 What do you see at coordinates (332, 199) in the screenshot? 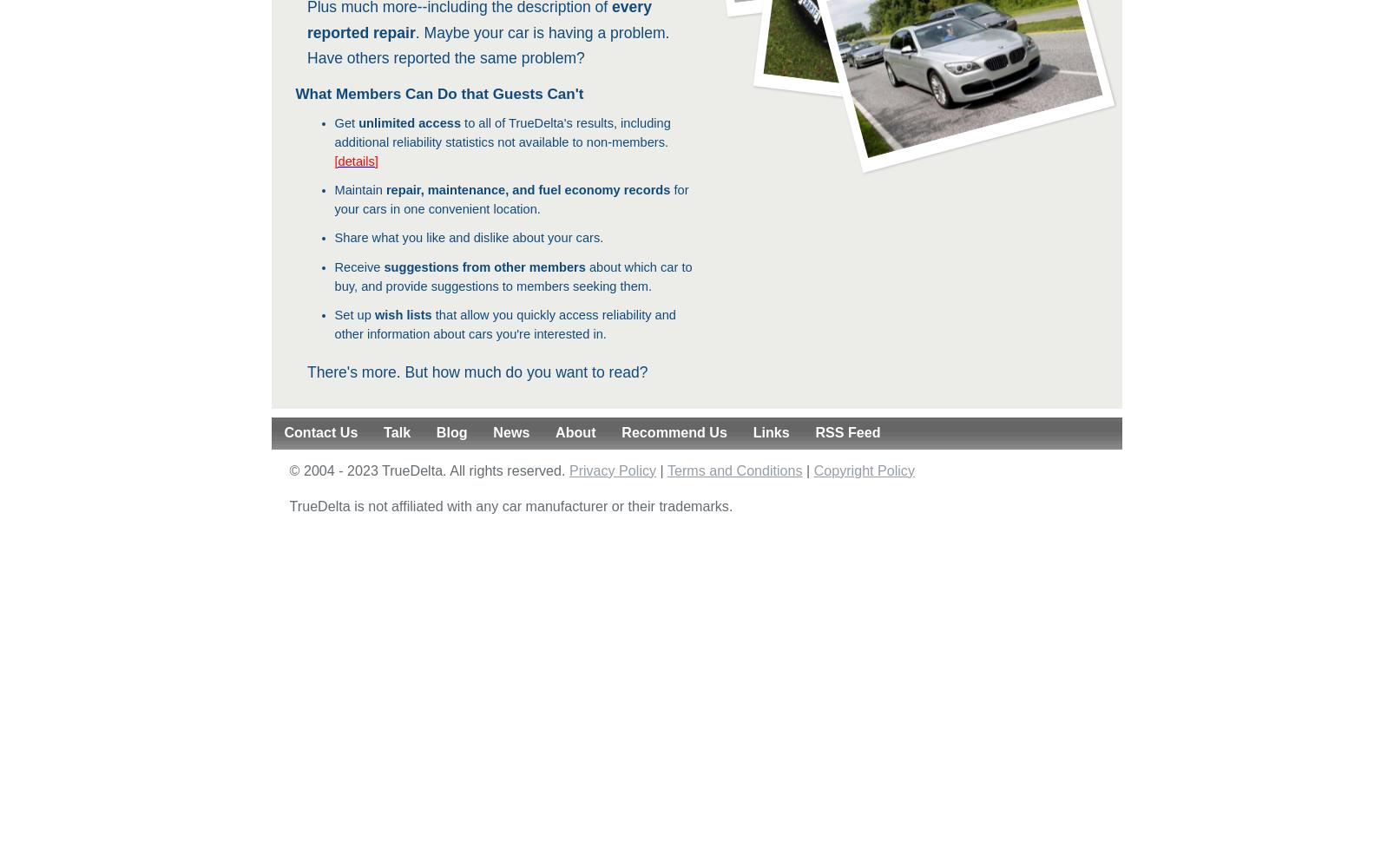
I see `'for your cars in one convenient location.'` at bounding box center [332, 199].